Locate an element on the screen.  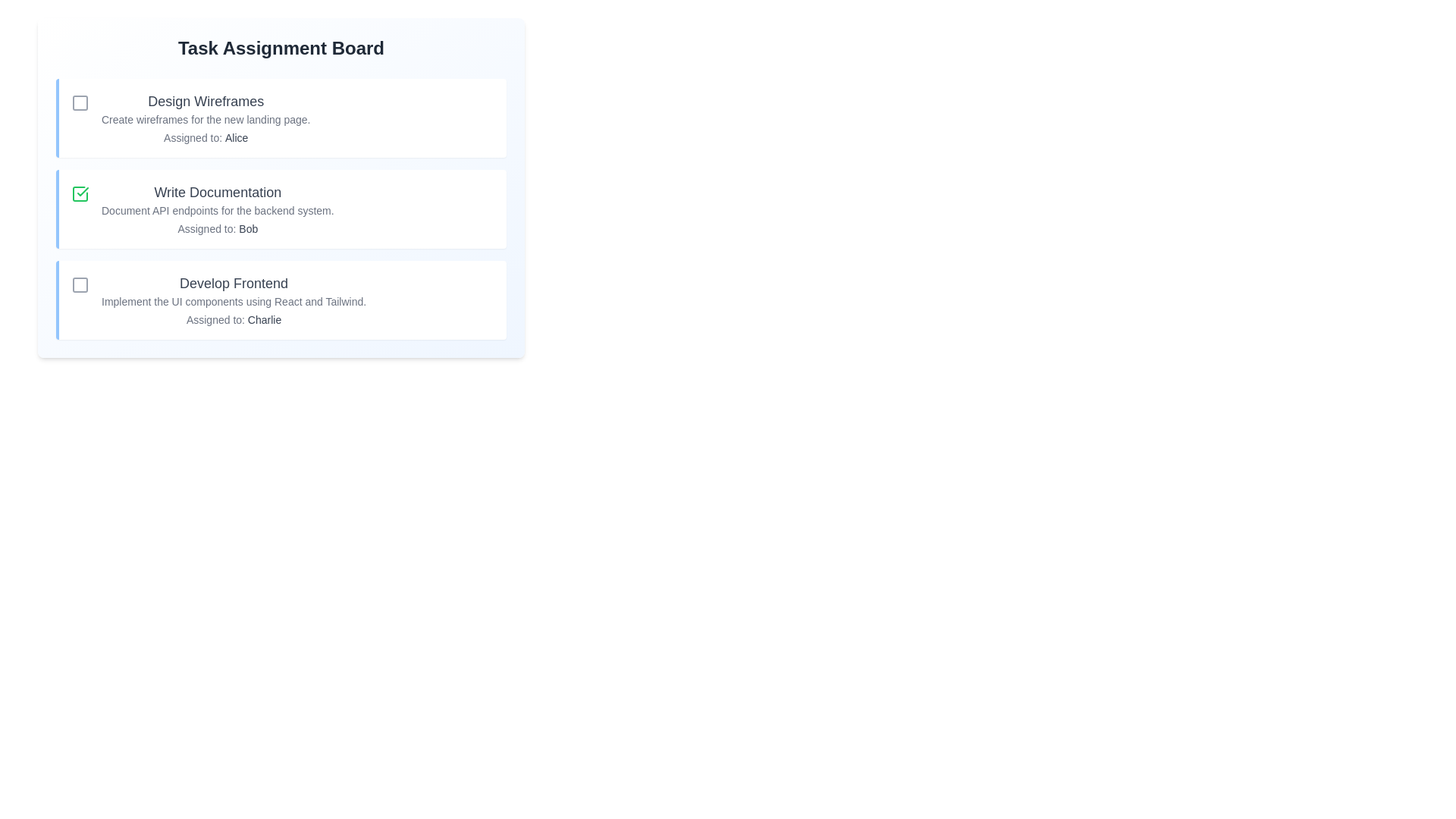
the text label 'Assigned to: Bob', which is located at the bottom of the 'Write Documentation' task card, following the description text 'Document API endpoints for the backend system.' is located at coordinates (217, 228).